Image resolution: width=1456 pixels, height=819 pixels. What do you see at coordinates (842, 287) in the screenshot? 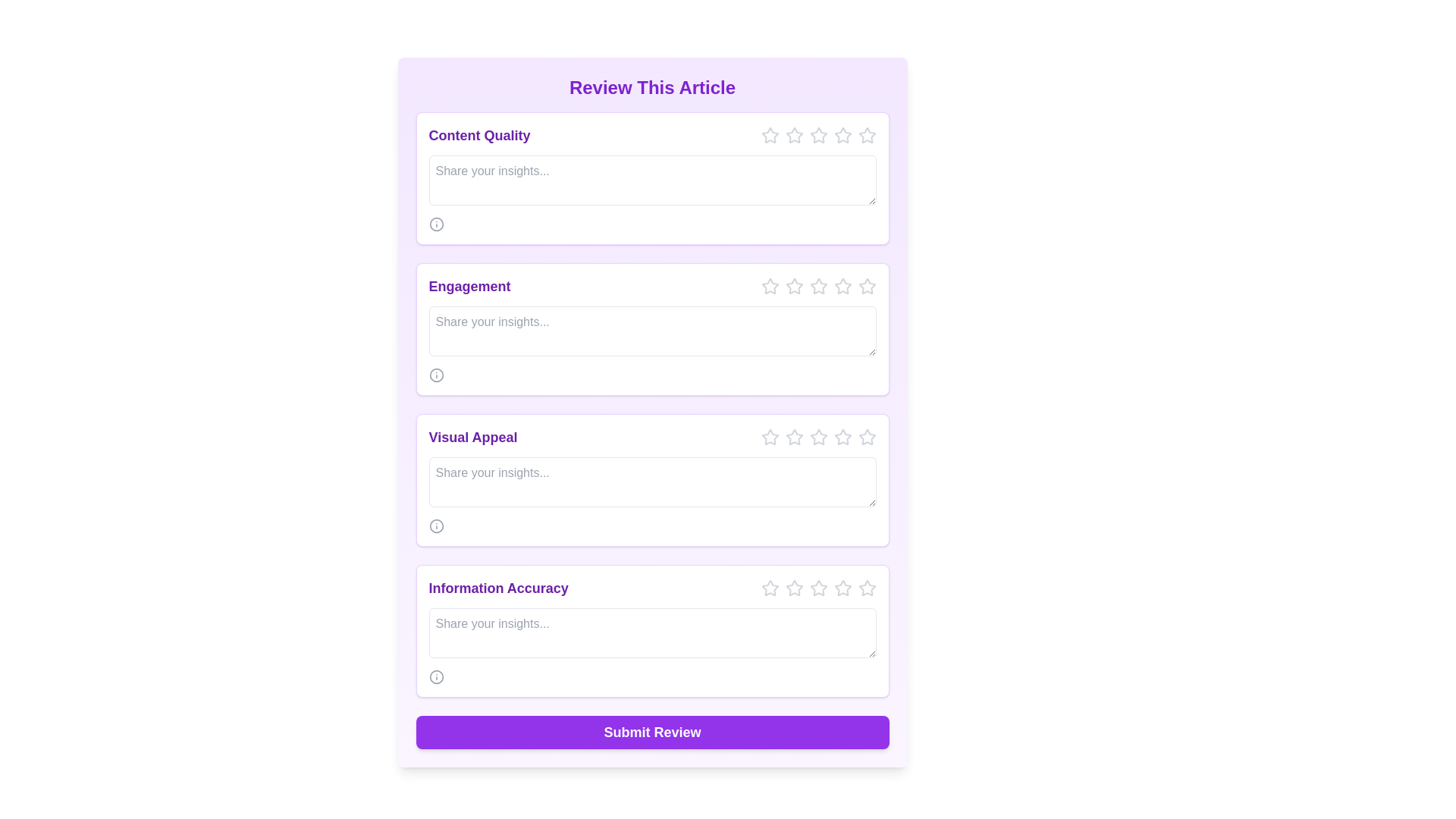
I see `the fifth star icon in the Engagement section` at bounding box center [842, 287].